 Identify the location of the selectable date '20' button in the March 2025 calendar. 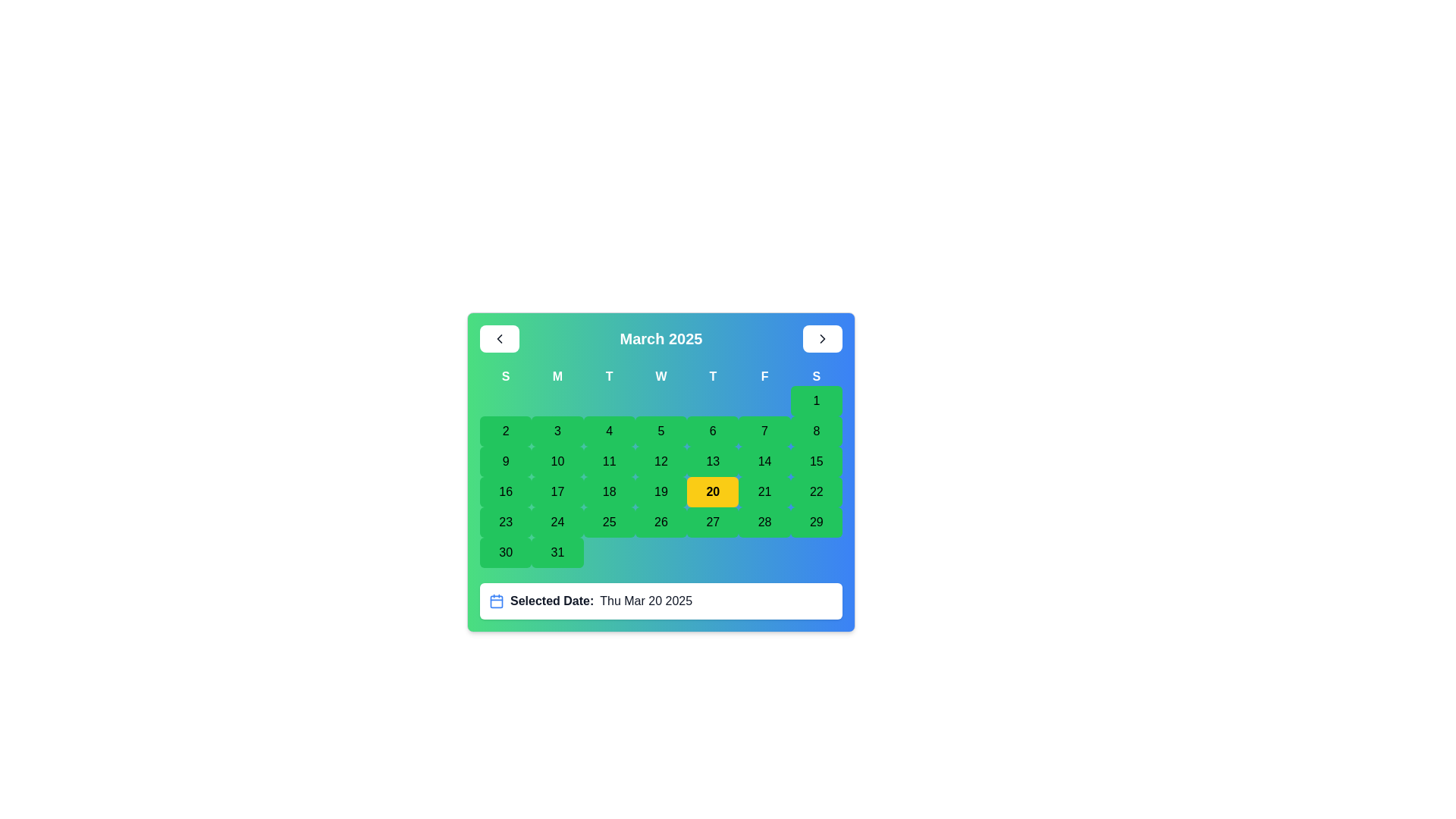
(712, 491).